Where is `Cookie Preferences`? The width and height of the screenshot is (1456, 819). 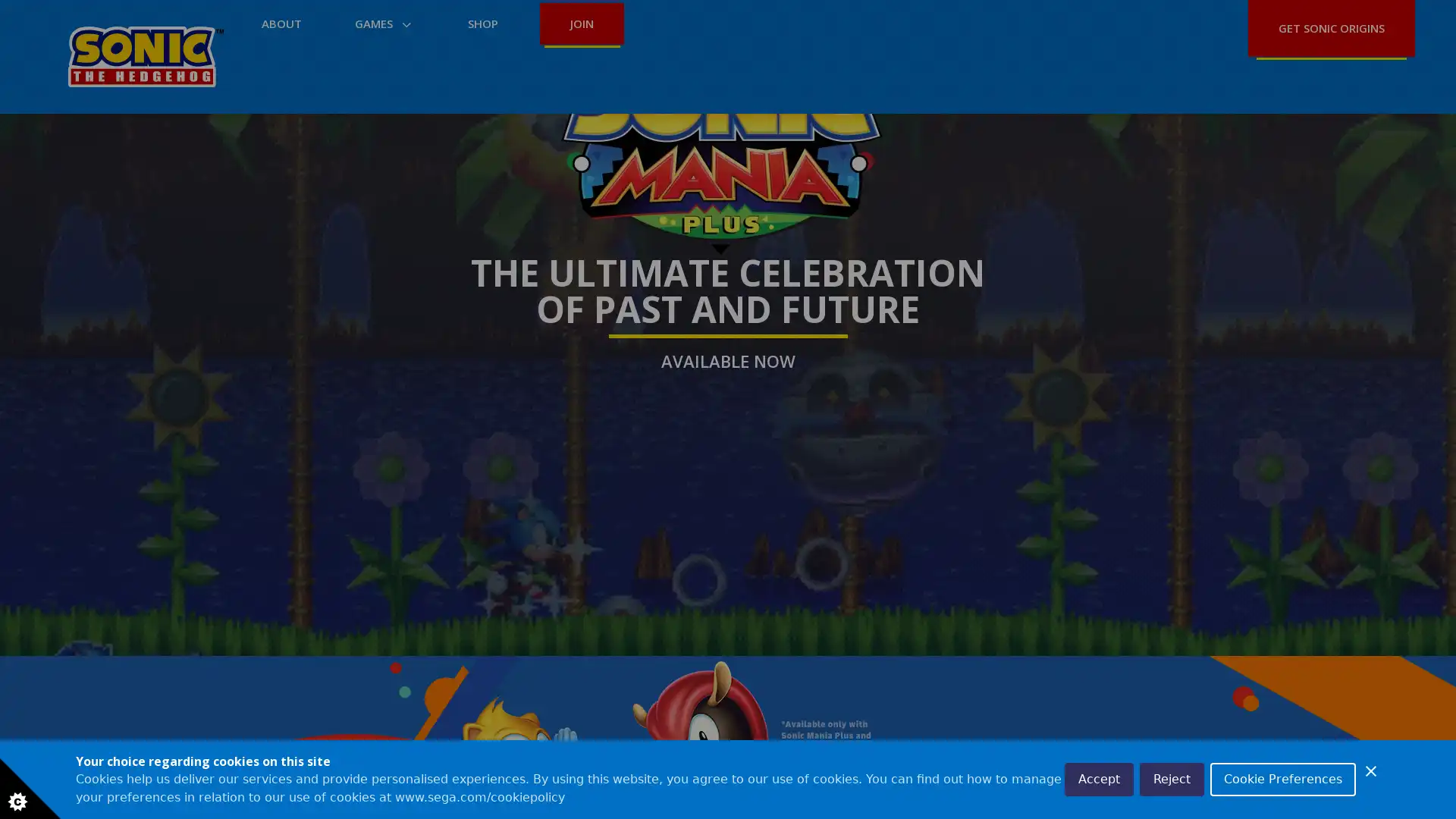
Cookie Preferences is located at coordinates (1282, 780).